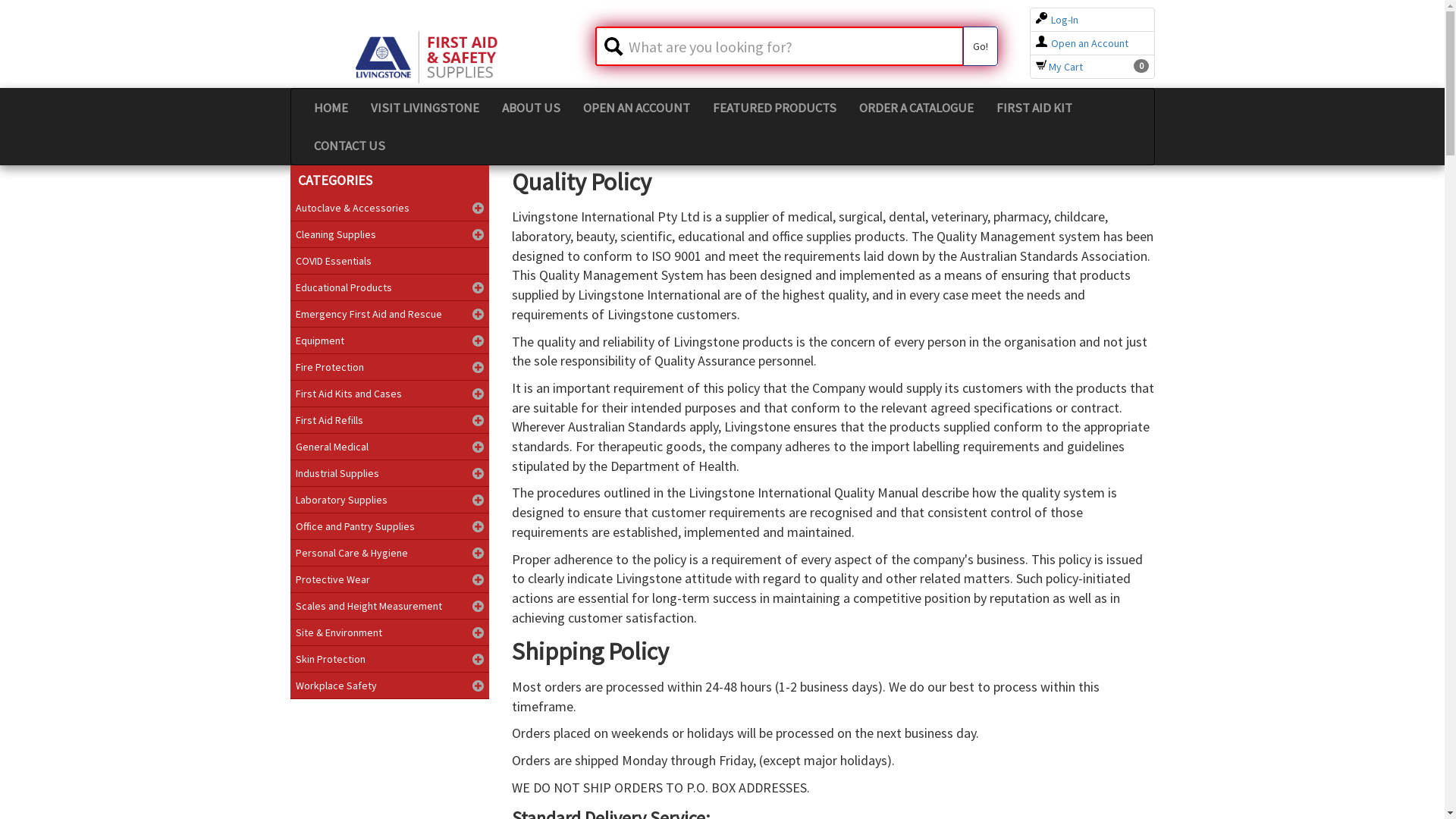 This screenshot has width=1456, height=819. I want to click on 'Open an Account', so click(1035, 42).